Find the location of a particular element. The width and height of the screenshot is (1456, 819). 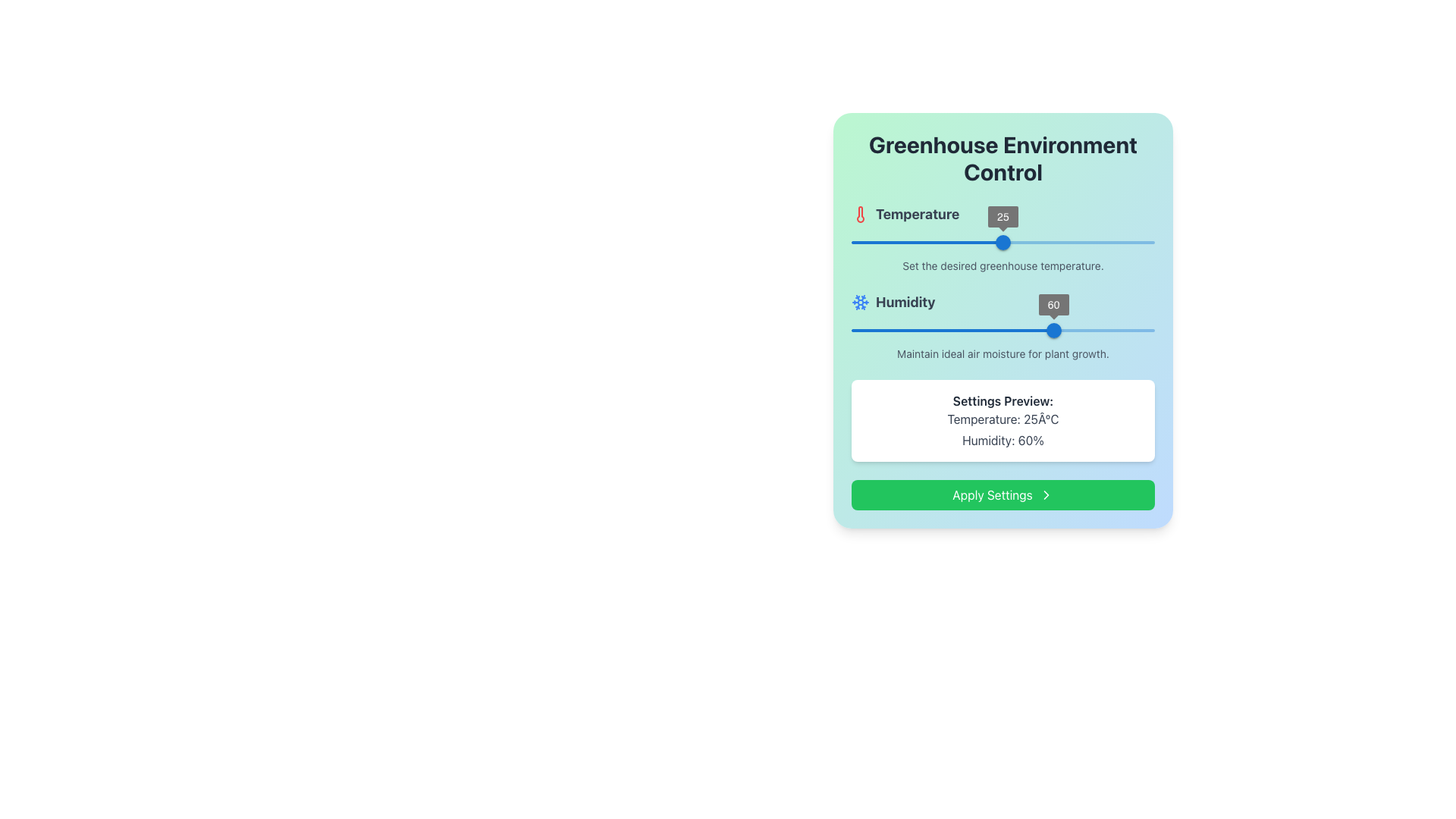

the decorative segment of the thermometer icon located to the left of the 'Temperature' label is located at coordinates (860, 214).